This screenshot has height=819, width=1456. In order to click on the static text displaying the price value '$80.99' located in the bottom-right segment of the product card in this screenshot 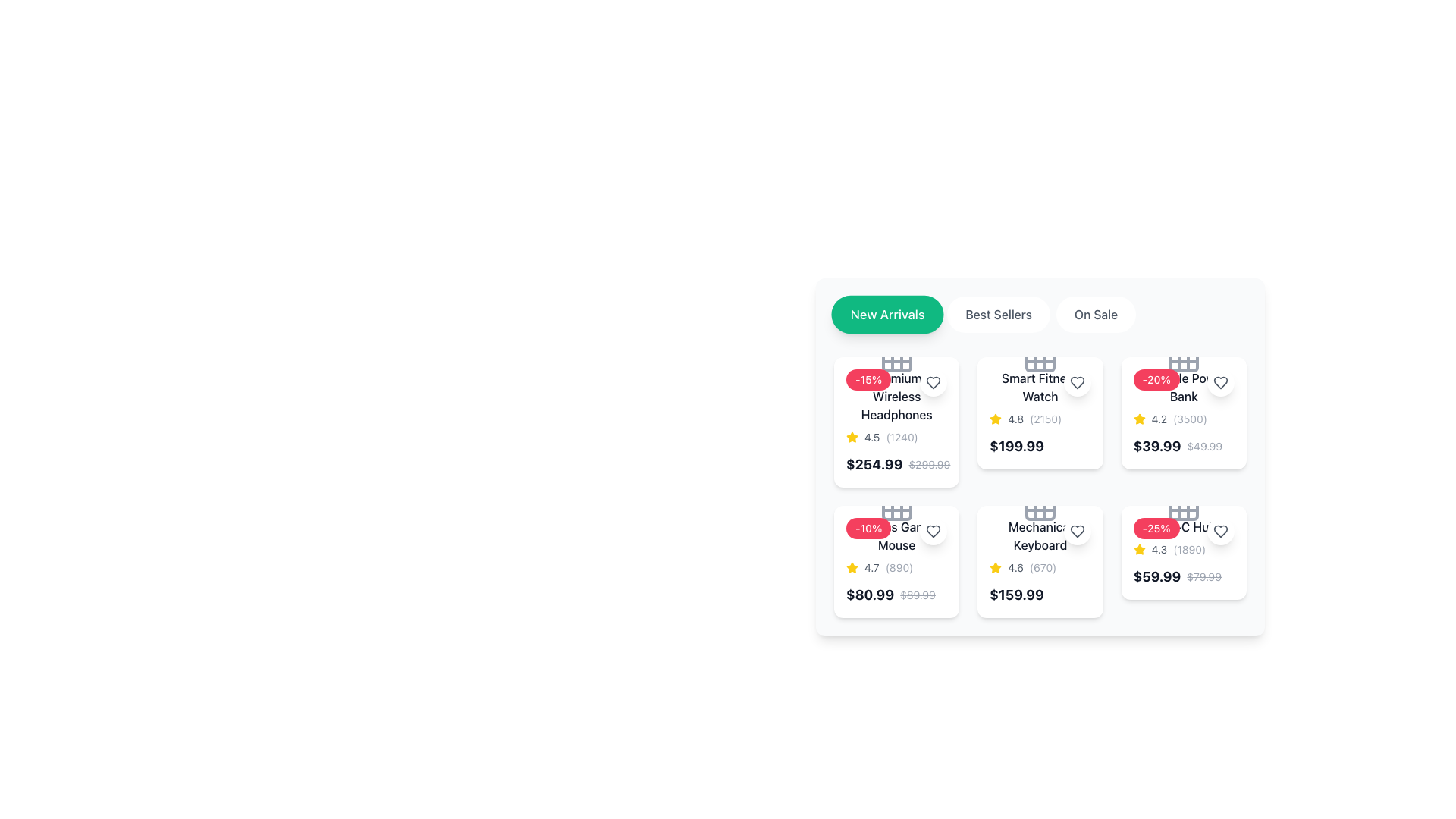, I will do `click(870, 595)`.